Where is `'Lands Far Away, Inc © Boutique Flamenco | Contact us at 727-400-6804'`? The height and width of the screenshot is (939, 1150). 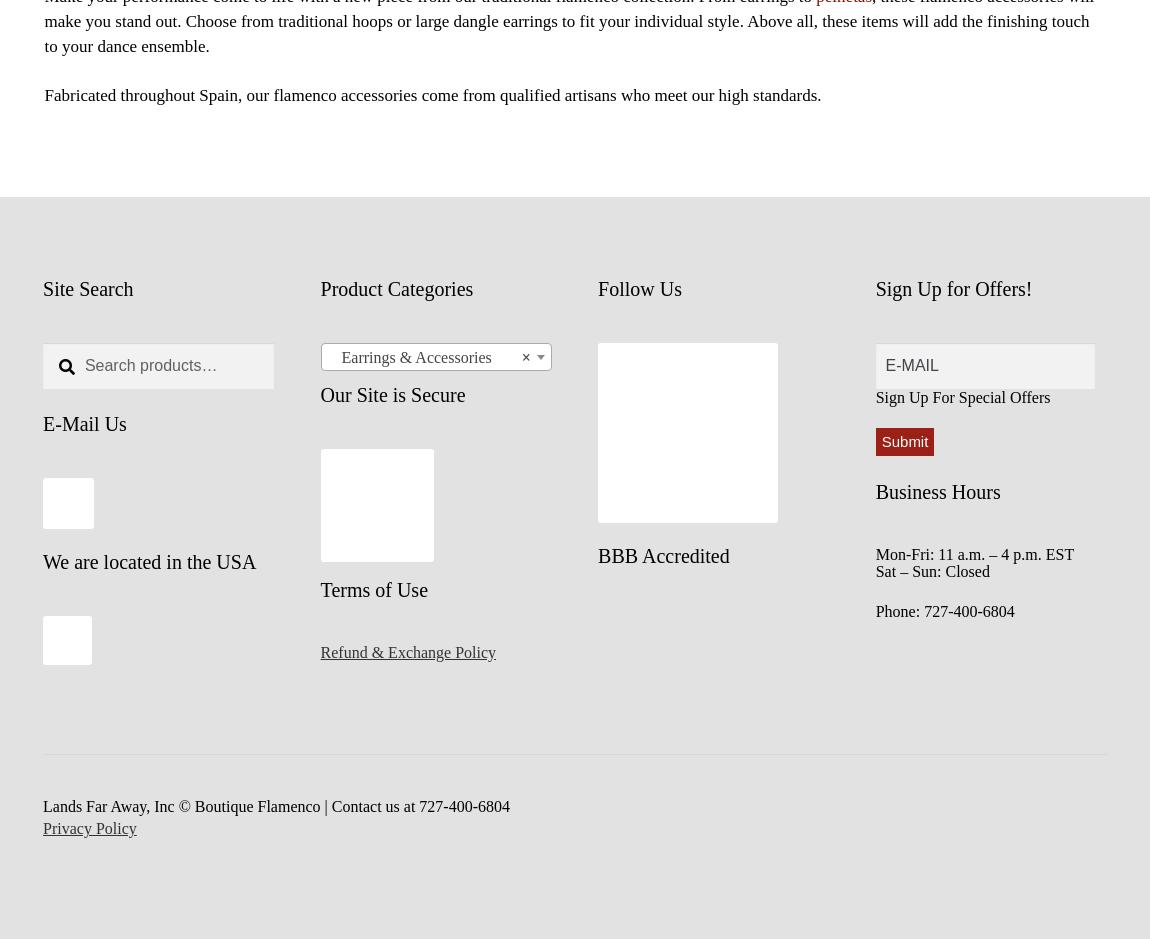
'Lands Far Away, Inc © Boutique Flamenco | Contact us at 727-400-6804' is located at coordinates (275, 806).